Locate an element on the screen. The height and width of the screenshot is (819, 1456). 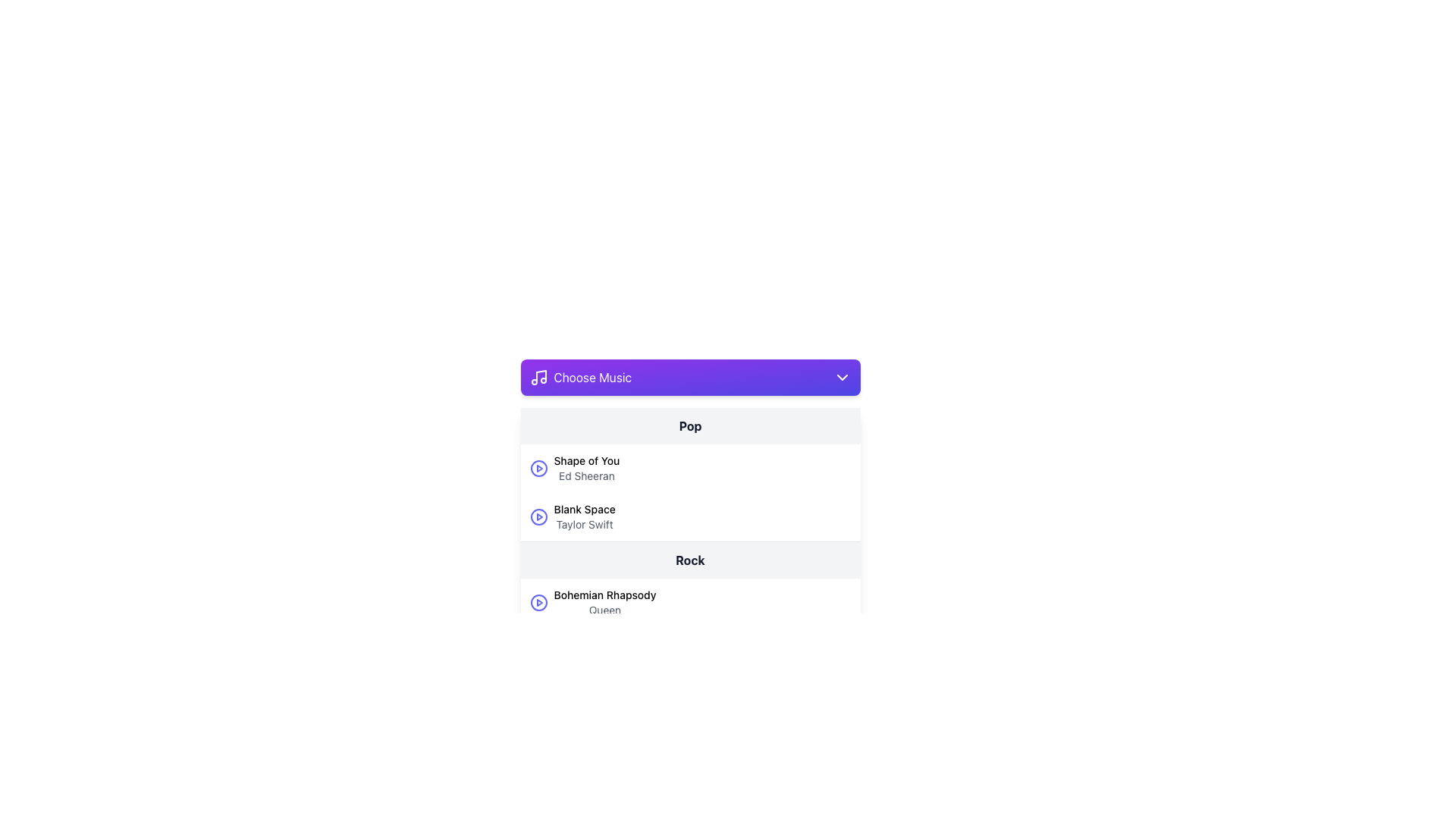
the downward-pointing chevron icon on the far right of the 'Choose Music' bar is located at coordinates (841, 376).